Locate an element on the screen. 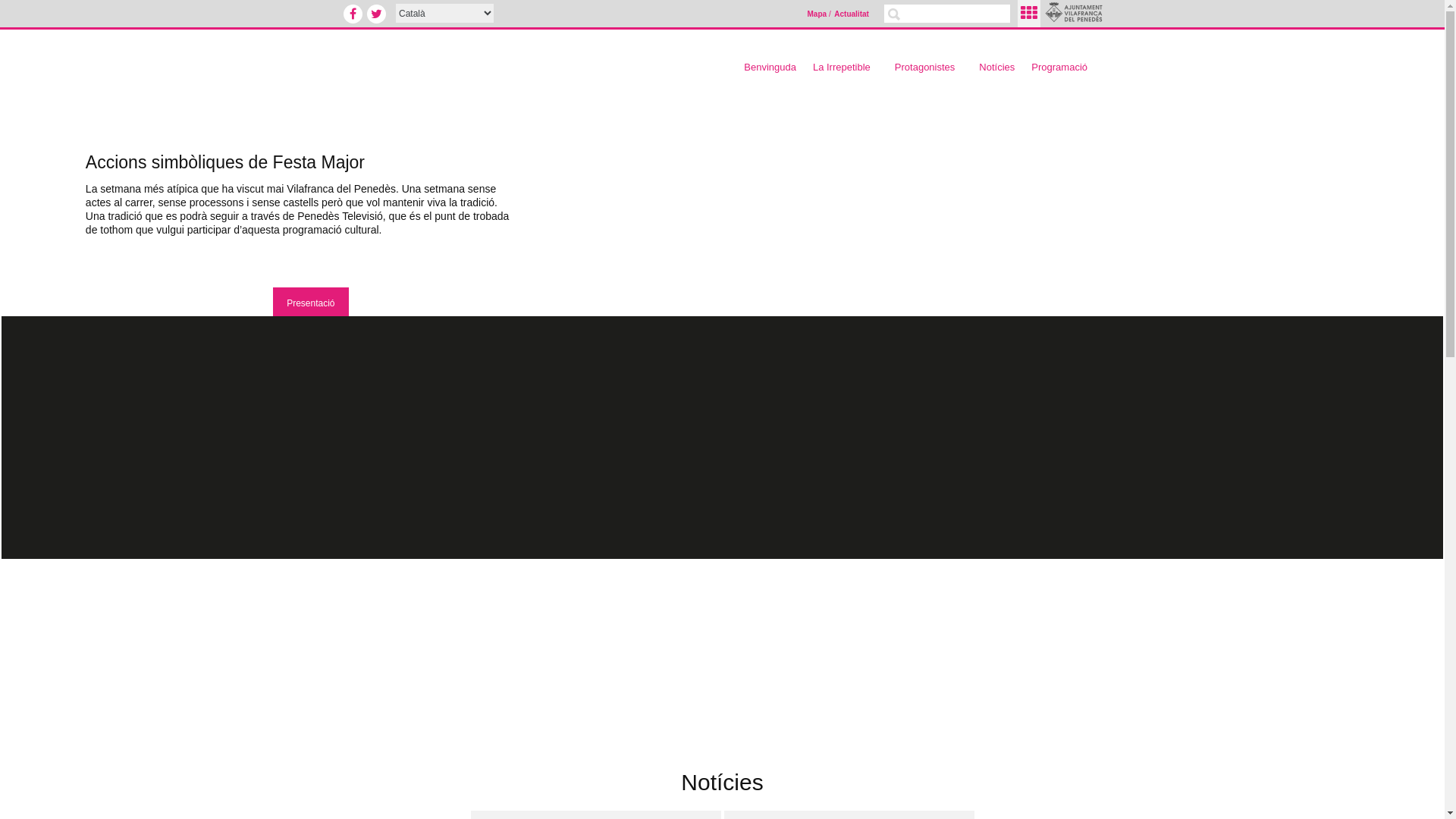 This screenshot has width=1456, height=819. 'Anterior' is located at coordinates (24, 265).